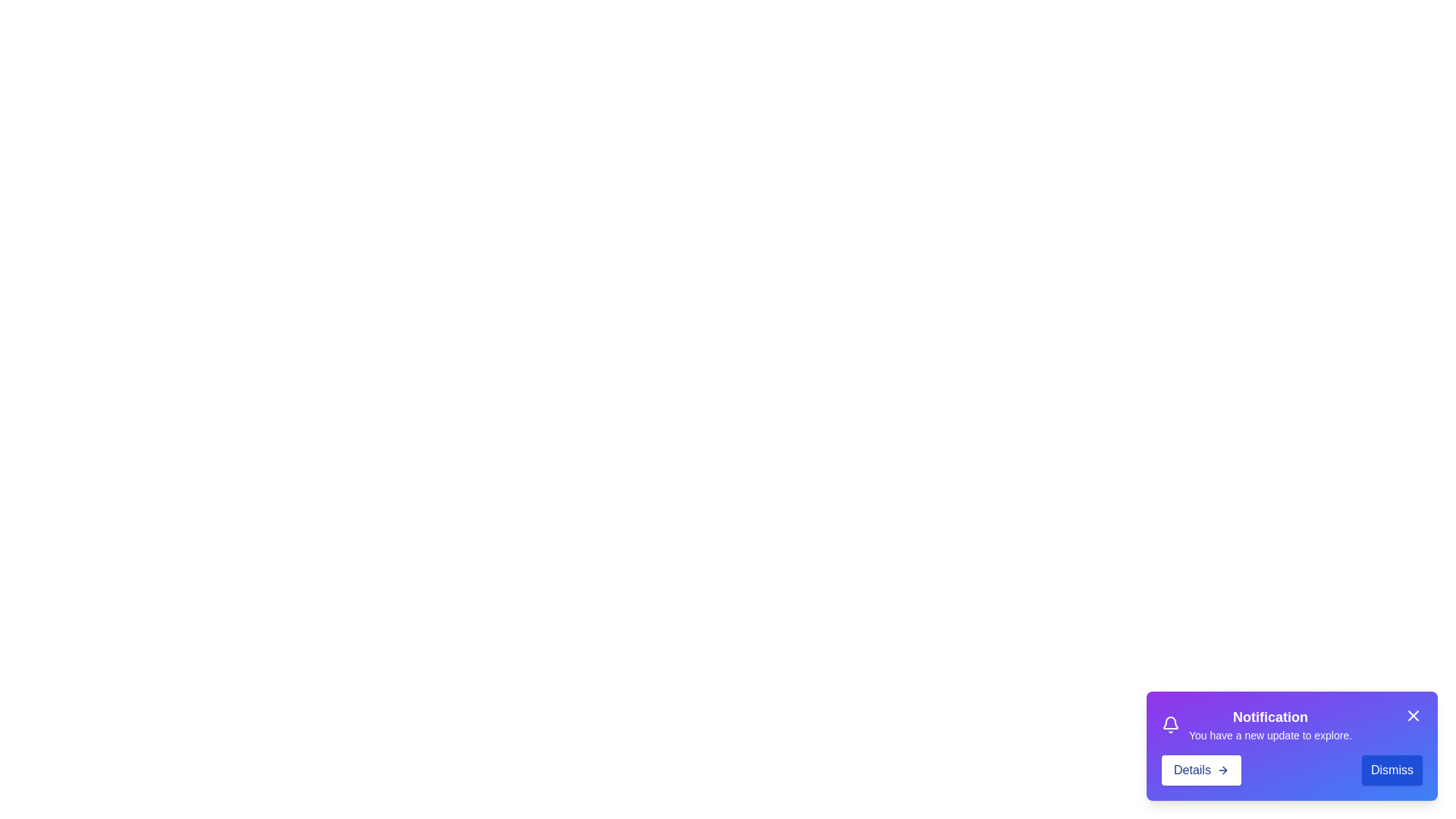  I want to click on the forward icon located at the far right of the 'Details' button within the notification card to indicate a continuation action, so click(1222, 770).